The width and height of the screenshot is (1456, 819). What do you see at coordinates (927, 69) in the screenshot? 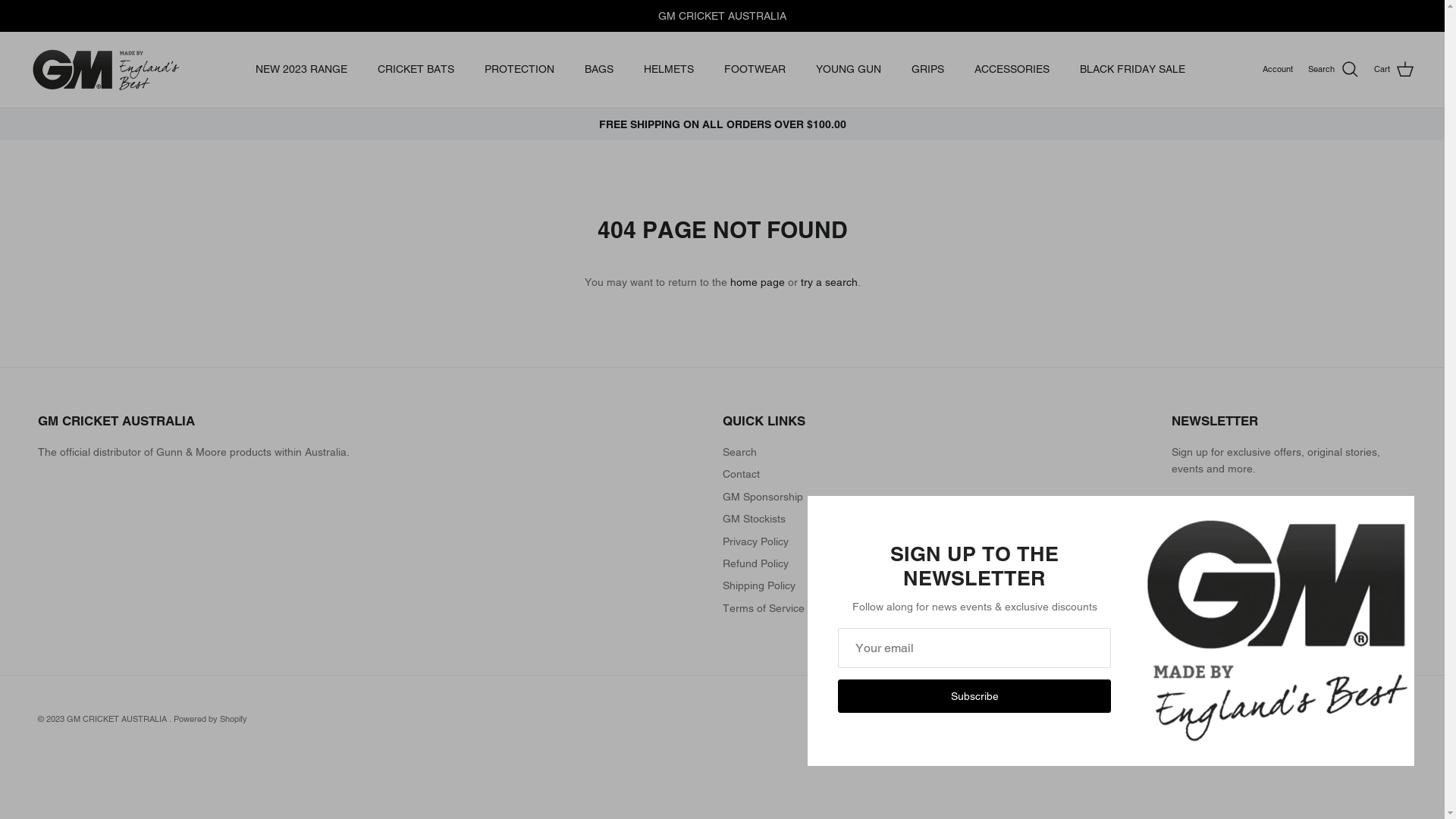
I see `'GRIPS'` at bounding box center [927, 69].